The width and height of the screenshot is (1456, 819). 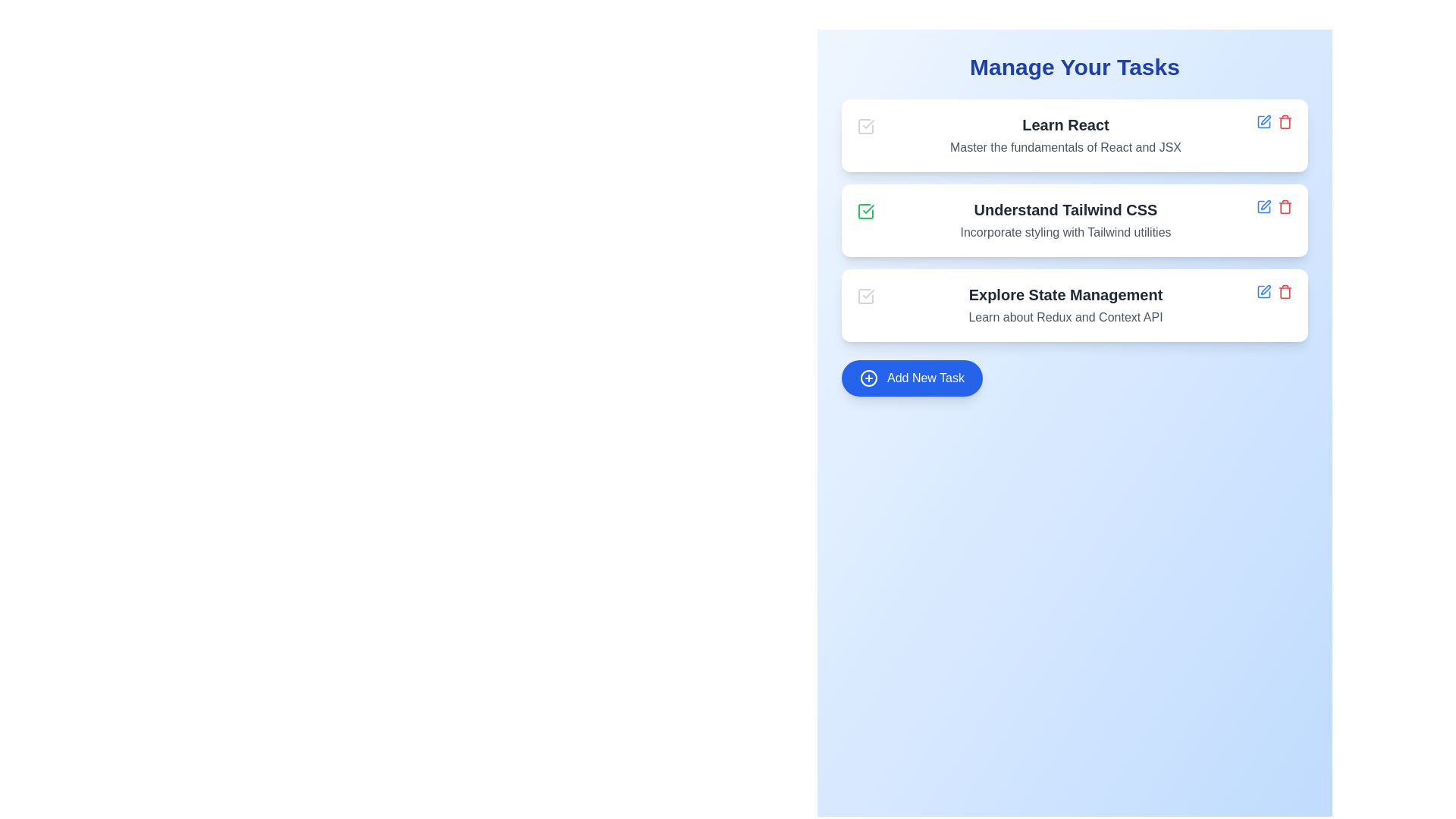 What do you see at coordinates (869, 377) in the screenshot?
I see `the circular icon with a blue background, white border, and red cross located to the left of the 'Add New Task' button` at bounding box center [869, 377].